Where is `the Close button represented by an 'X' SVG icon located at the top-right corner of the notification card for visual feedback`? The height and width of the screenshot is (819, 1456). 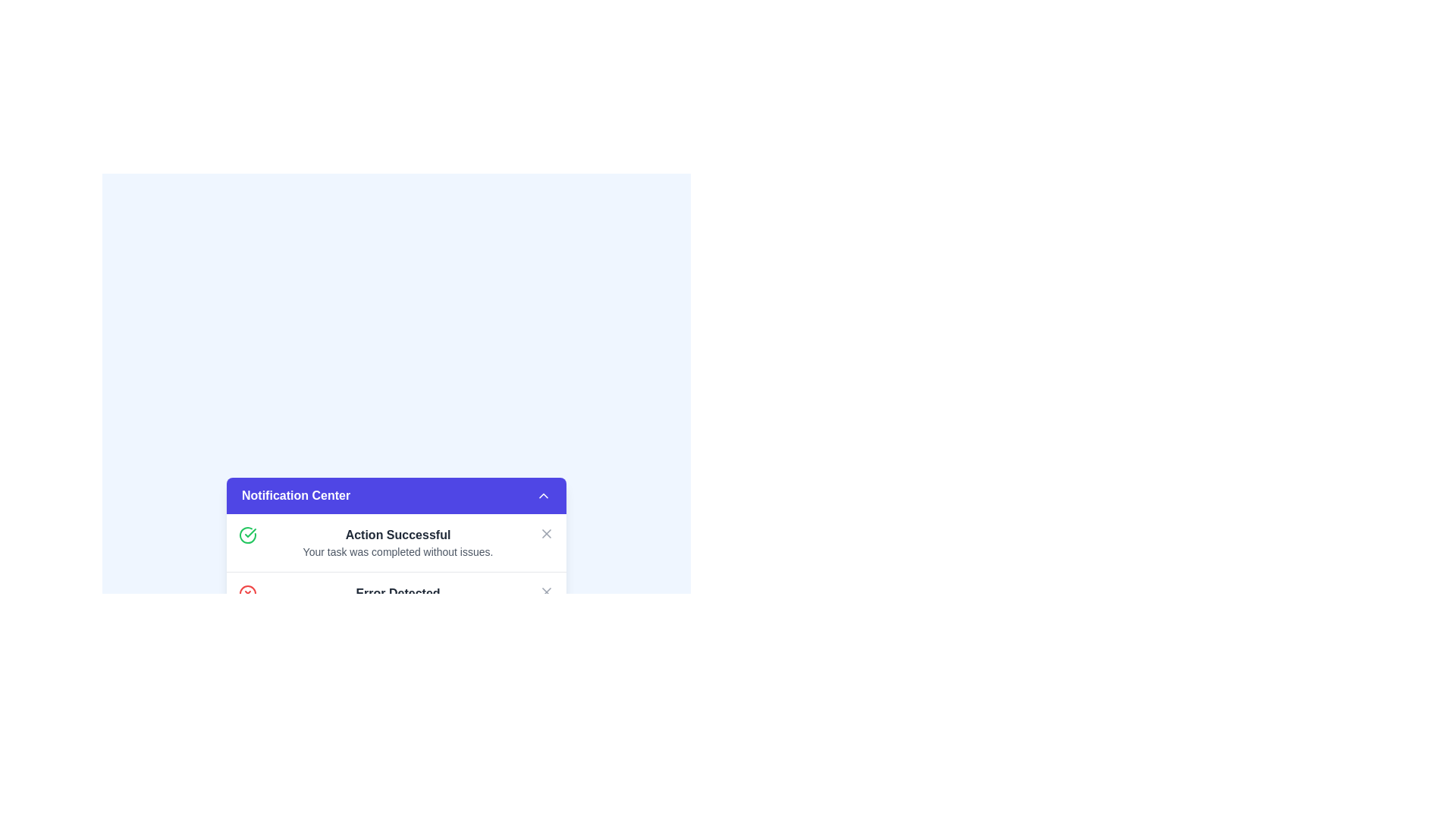 the Close button represented by an 'X' SVG icon located at the top-right corner of the notification card for visual feedback is located at coordinates (546, 533).